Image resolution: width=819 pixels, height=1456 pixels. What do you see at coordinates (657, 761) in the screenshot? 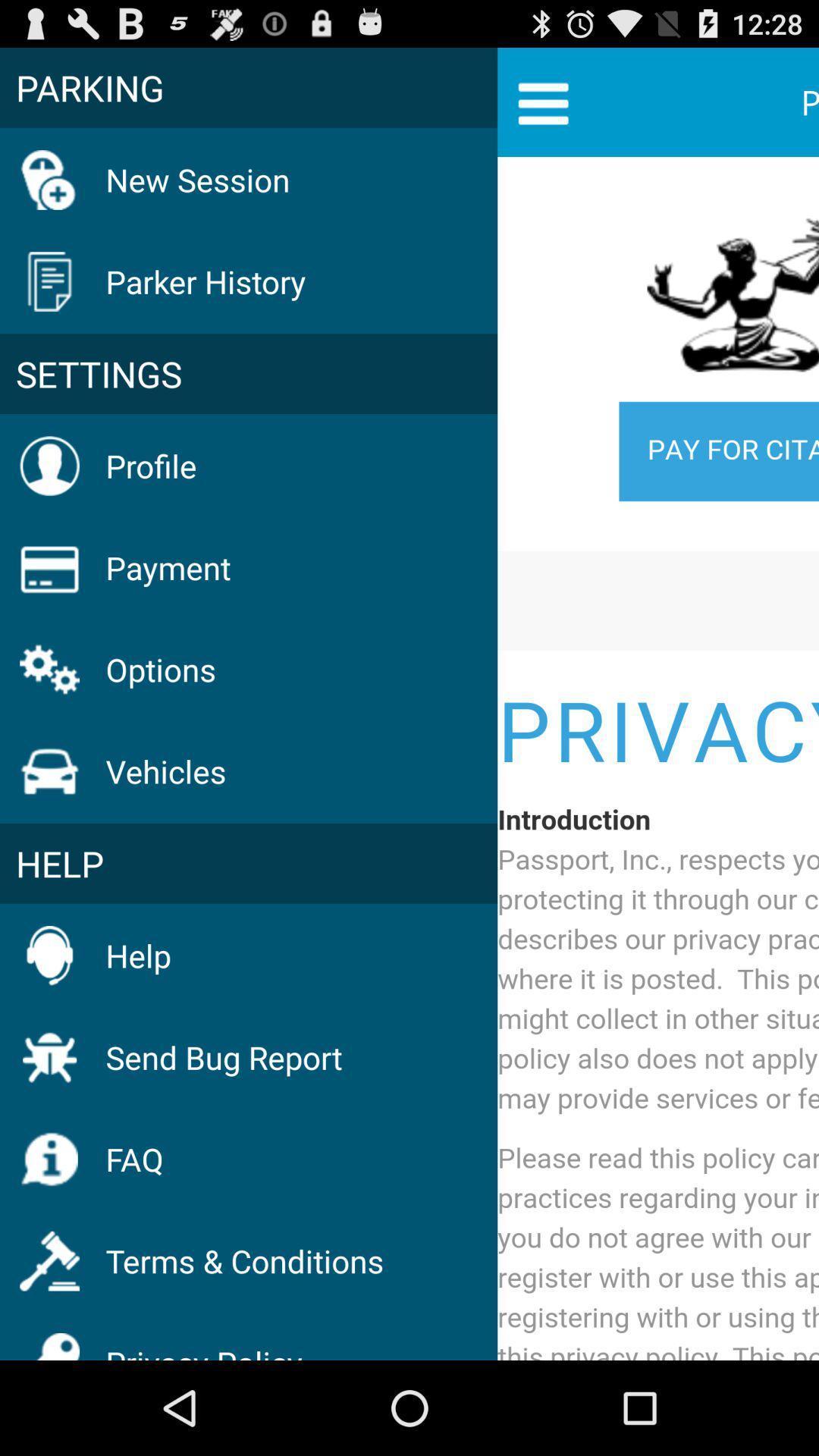
I see `google option` at bounding box center [657, 761].